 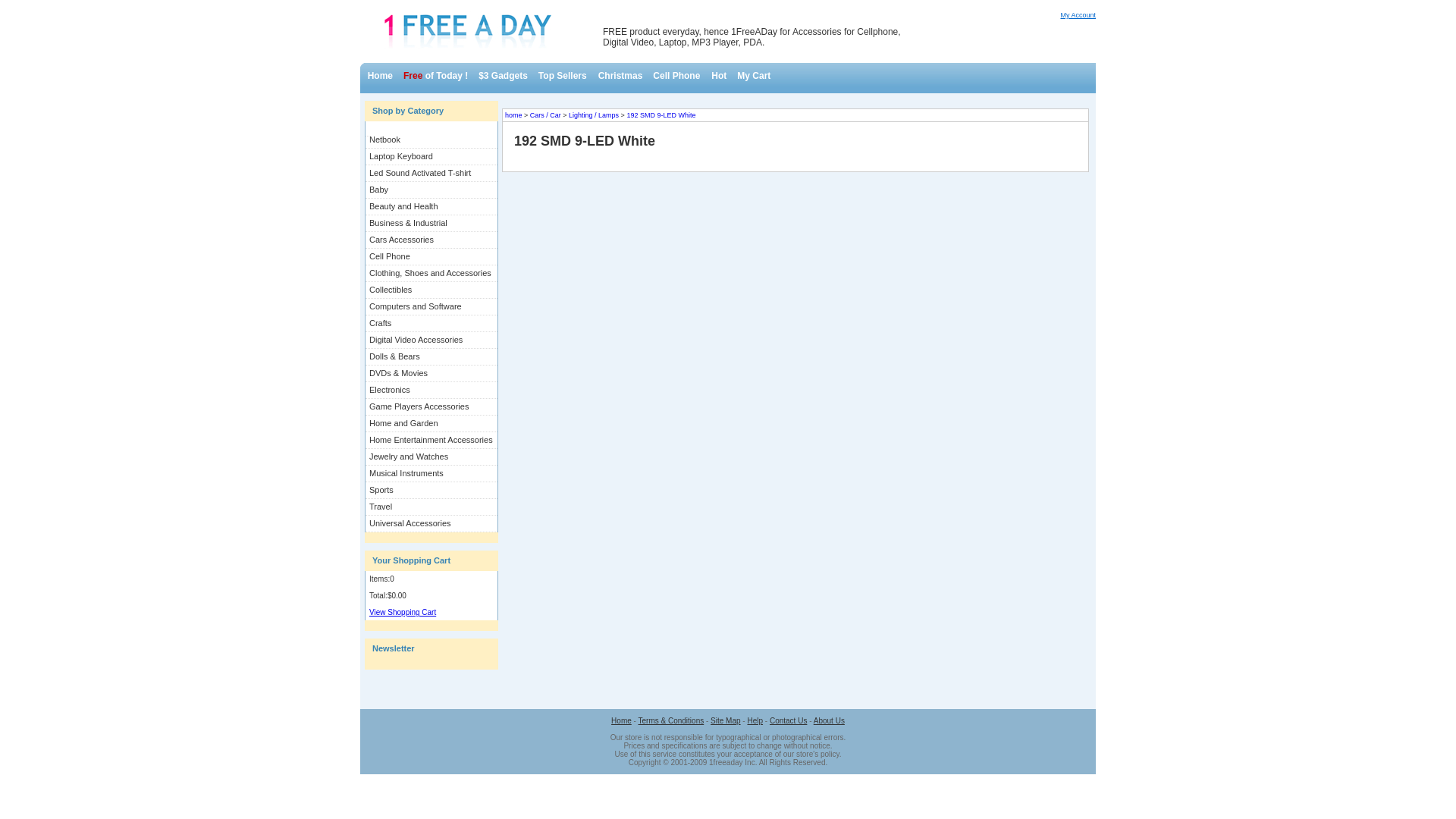 I want to click on 'Clothing, Shoes and Accessories', so click(x=432, y=271).